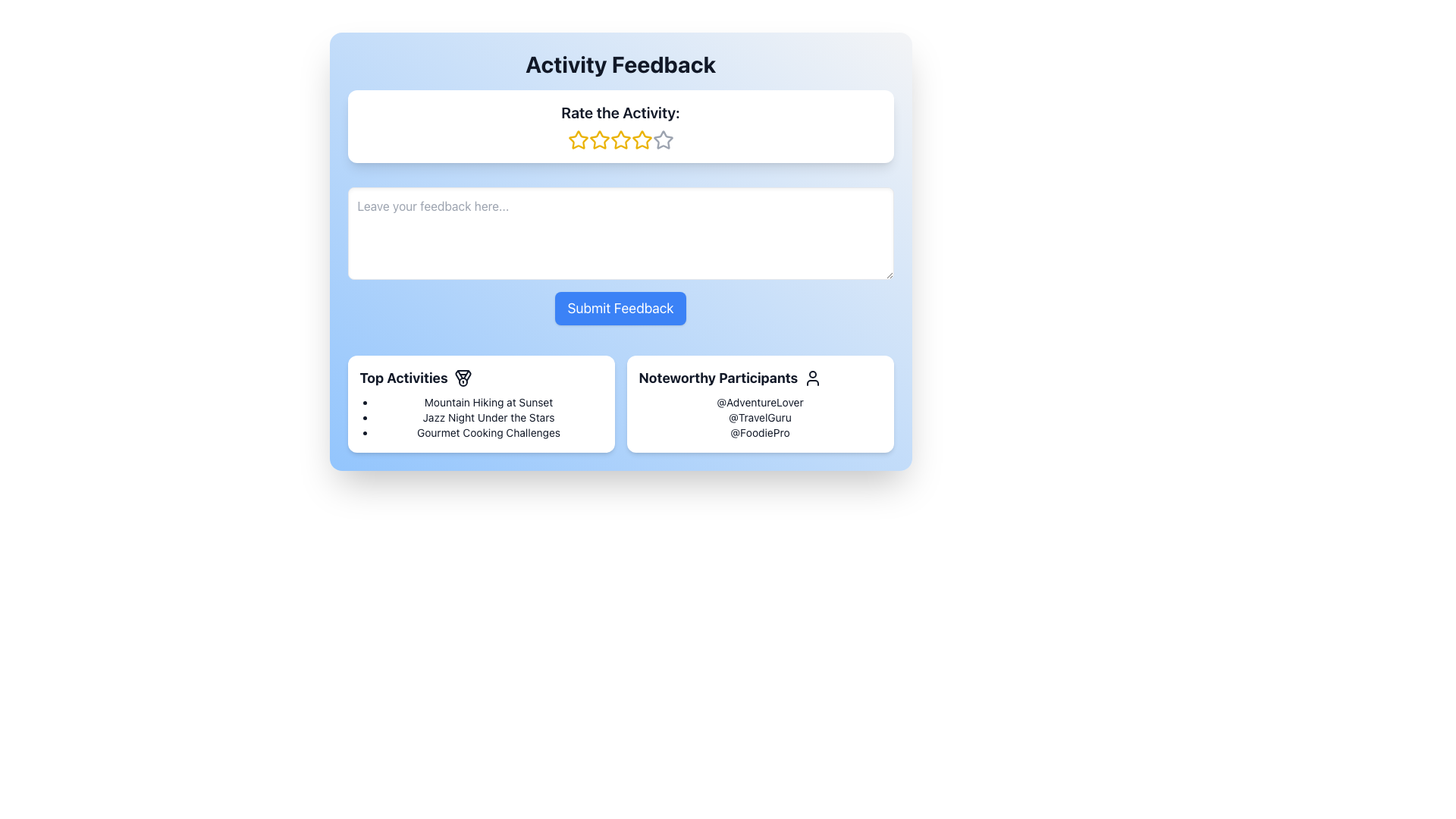  I want to click on the stars in the Rating interface labeled 'Rate the Activity:', so click(620, 125).